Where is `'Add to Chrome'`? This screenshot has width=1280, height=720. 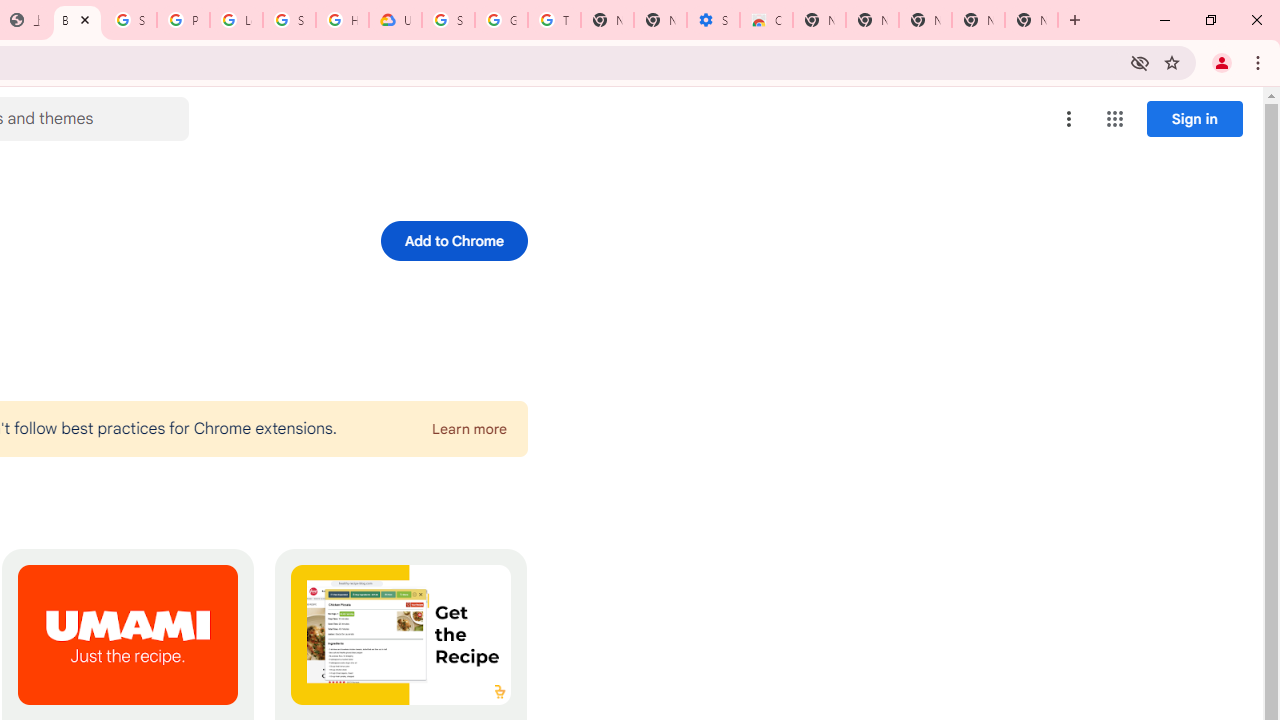
'Add to Chrome' is located at coordinates (452, 239).